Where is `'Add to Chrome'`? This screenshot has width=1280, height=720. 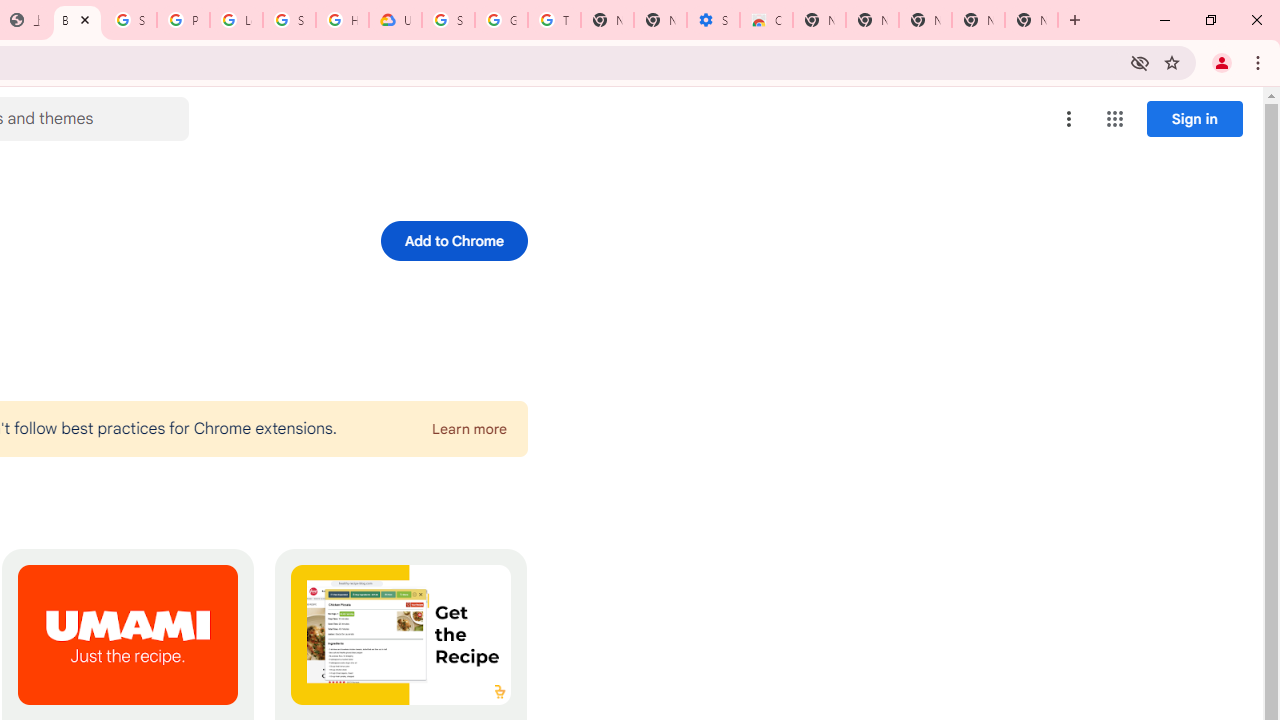
'Add to Chrome' is located at coordinates (452, 239).